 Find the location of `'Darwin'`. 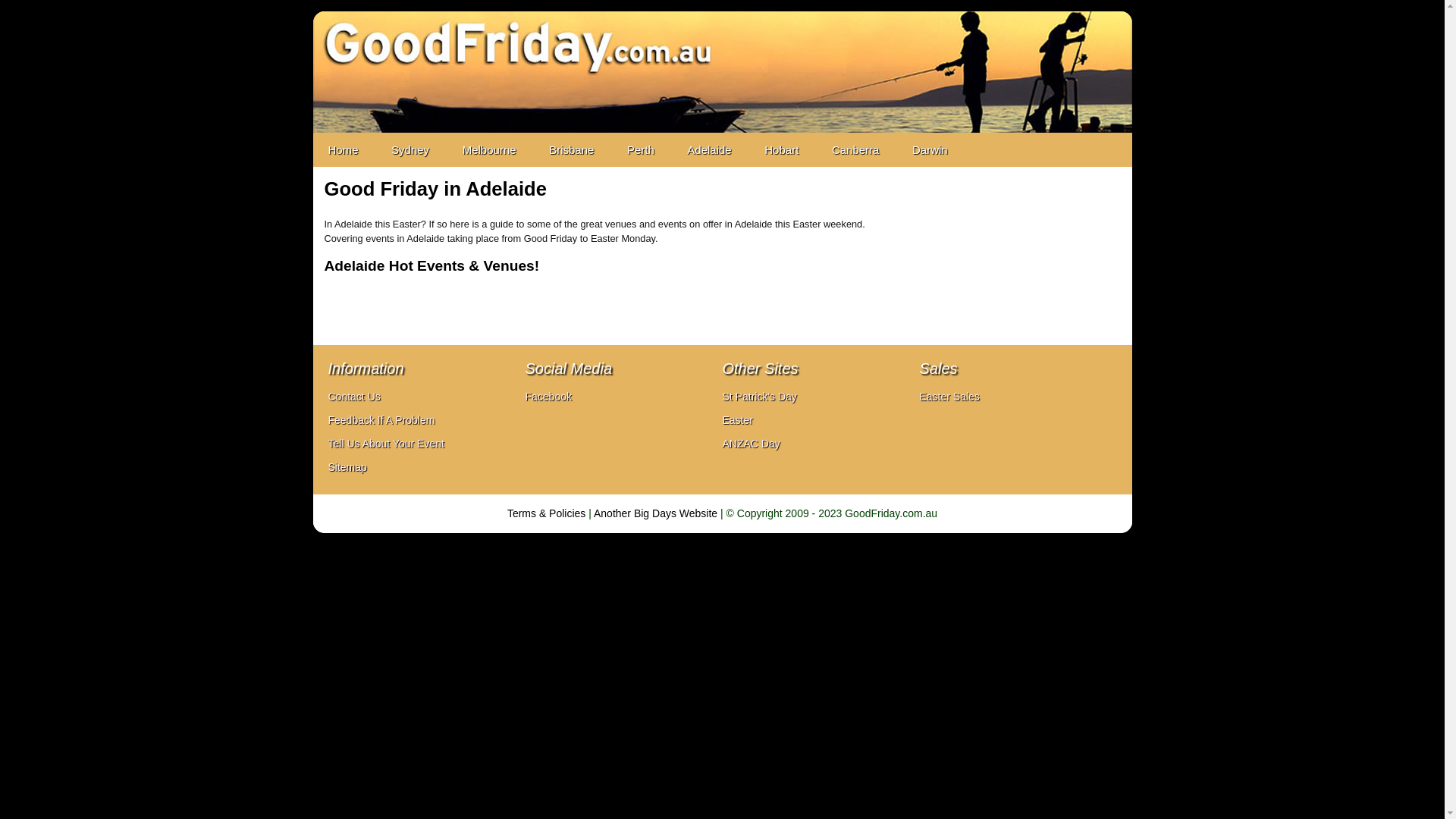

'Darwin' is located at coordinates (929, 149).